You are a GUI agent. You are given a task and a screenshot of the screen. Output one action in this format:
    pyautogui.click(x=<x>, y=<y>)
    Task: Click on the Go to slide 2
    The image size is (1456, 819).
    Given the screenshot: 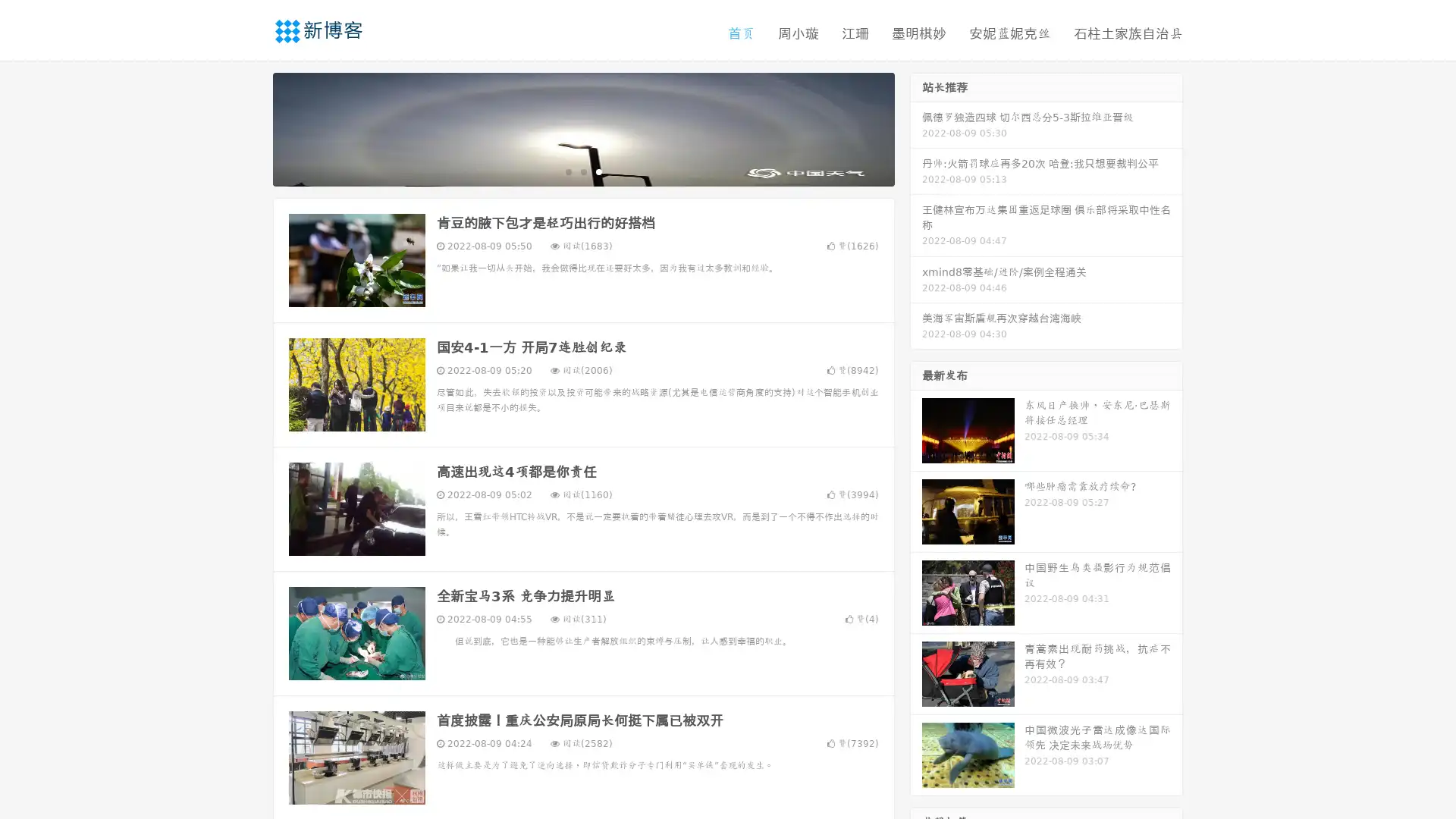 What is the action you would take?
    pyautogui.click(x=582, y=171)
    